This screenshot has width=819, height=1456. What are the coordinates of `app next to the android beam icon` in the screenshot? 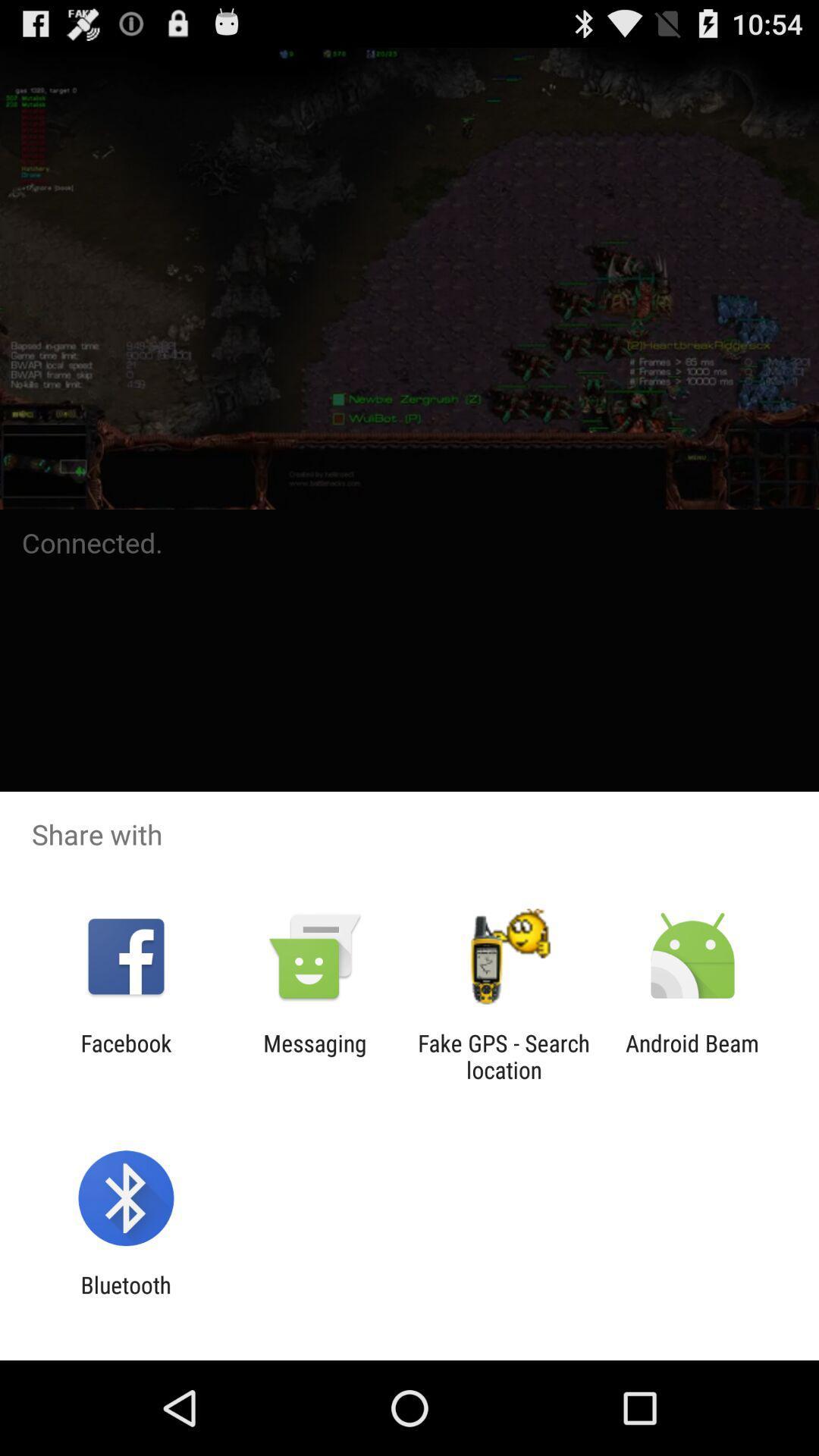 It's located at (504, 1056).